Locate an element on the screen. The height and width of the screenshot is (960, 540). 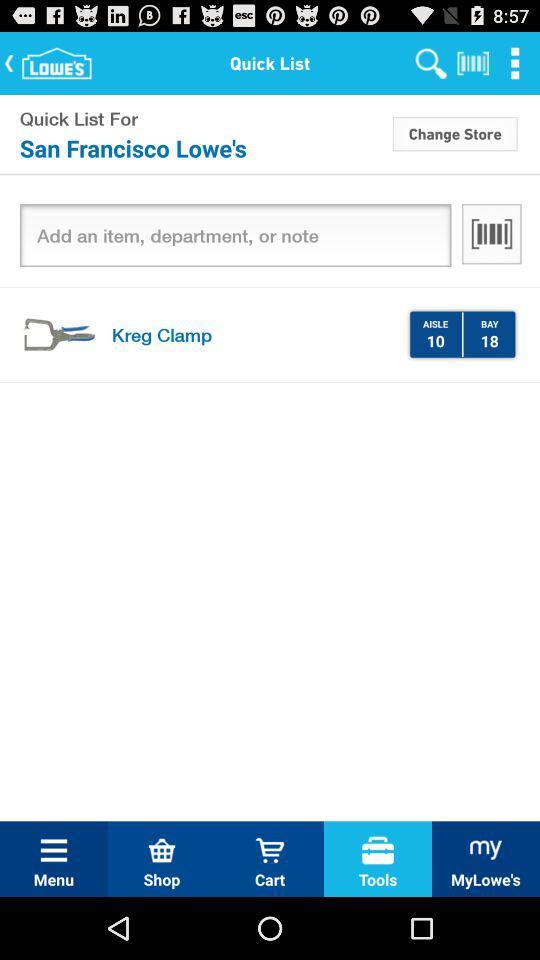
the app to the left of aisle icon is located at coordinates (252, 334).